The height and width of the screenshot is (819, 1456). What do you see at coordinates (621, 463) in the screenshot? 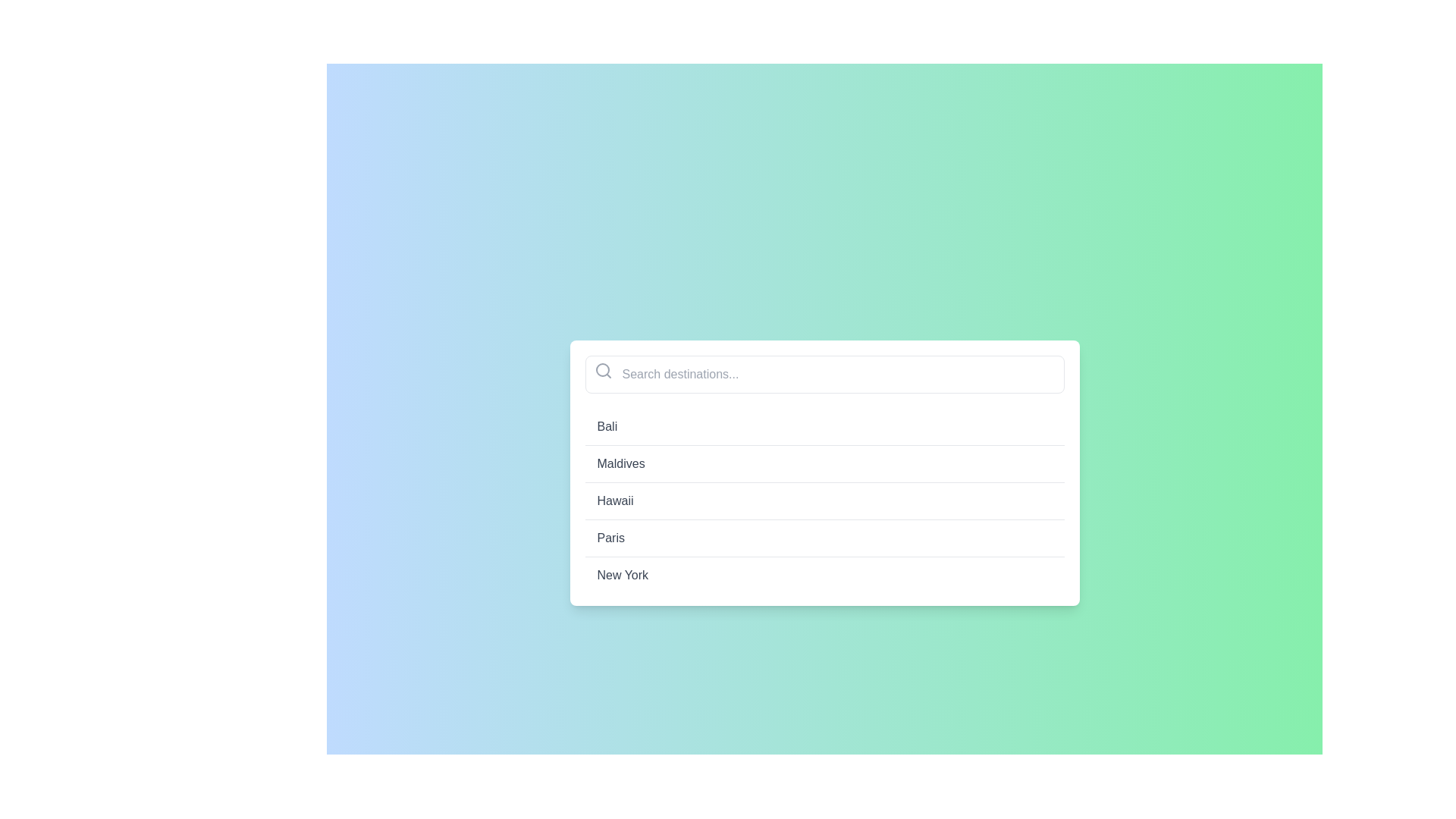
I see `the text label 'Maldives'` at bounding box center [621, 463].